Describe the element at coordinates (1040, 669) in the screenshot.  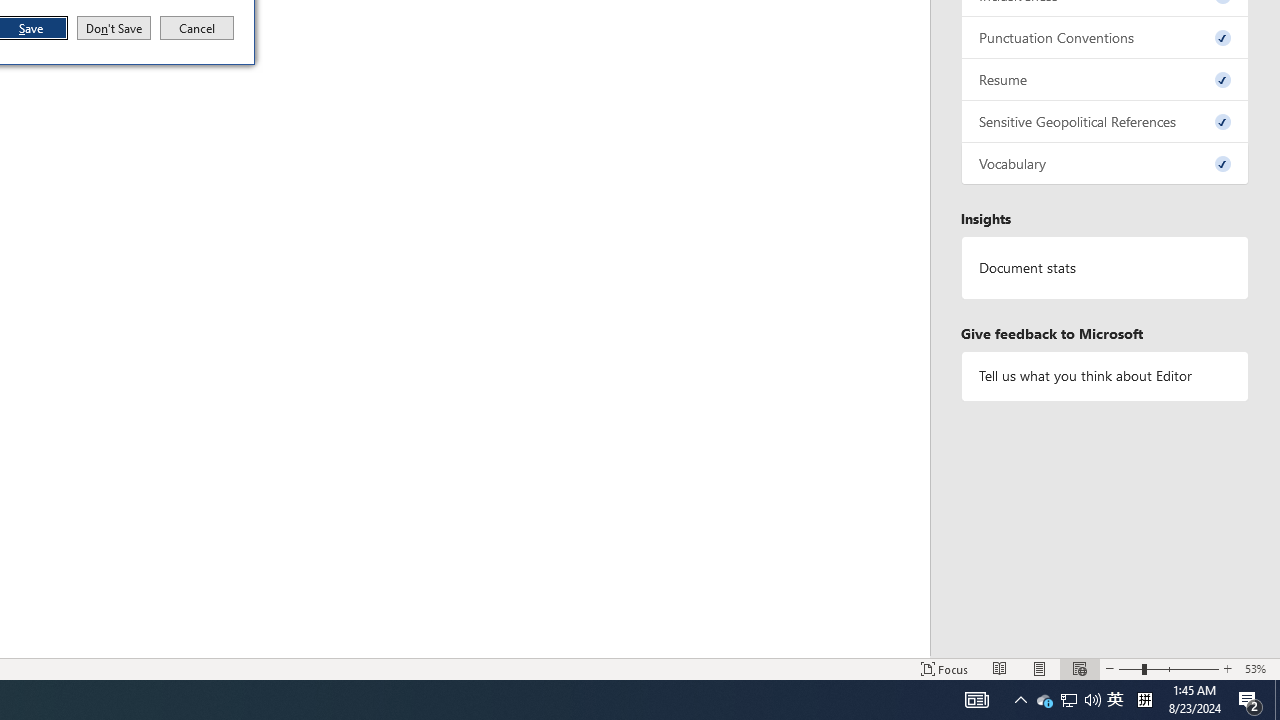
I see `'Notification Chevron'` at that location.